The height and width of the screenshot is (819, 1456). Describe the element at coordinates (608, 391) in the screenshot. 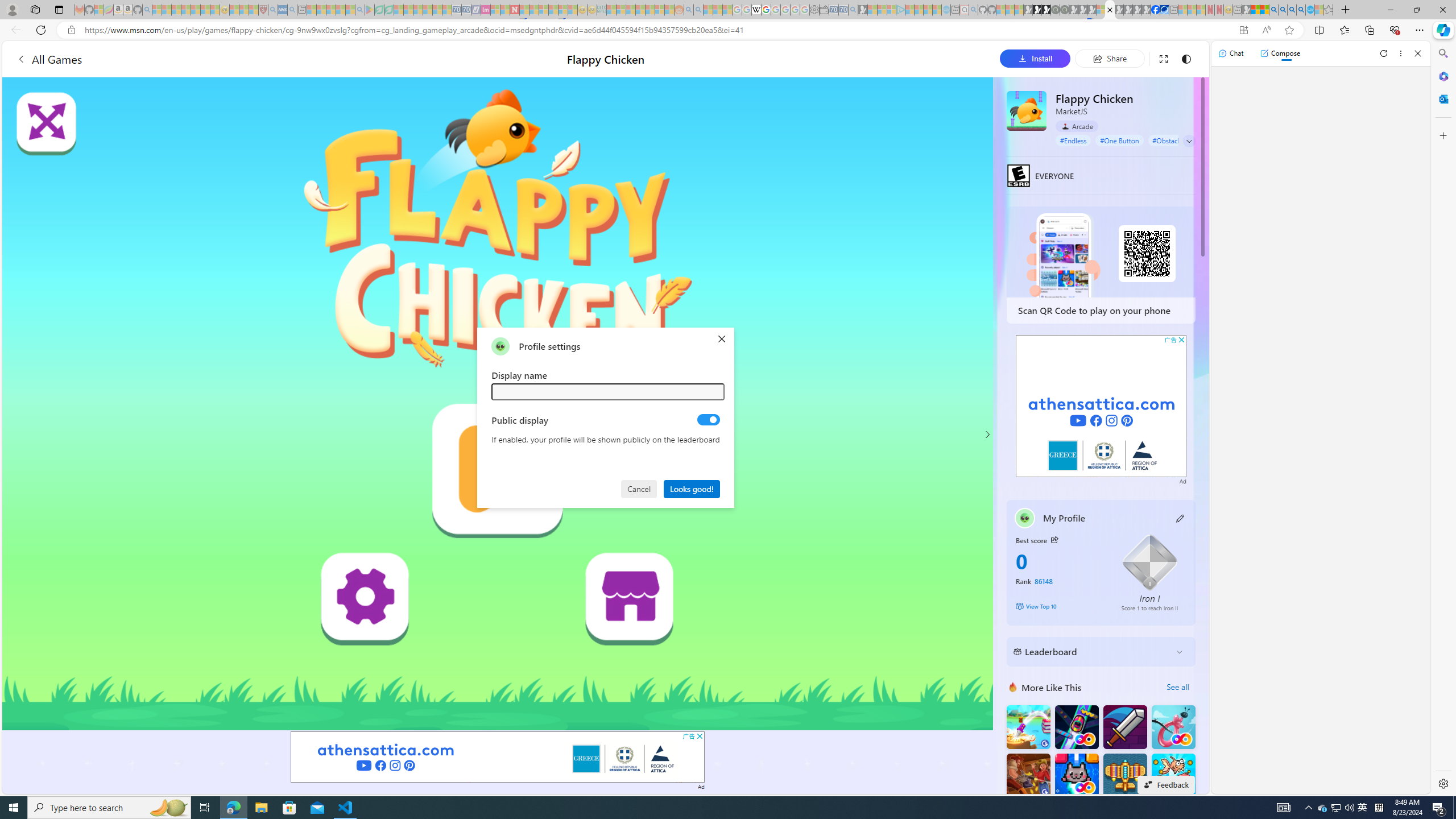

I see `'Class: text-input'` at that location.